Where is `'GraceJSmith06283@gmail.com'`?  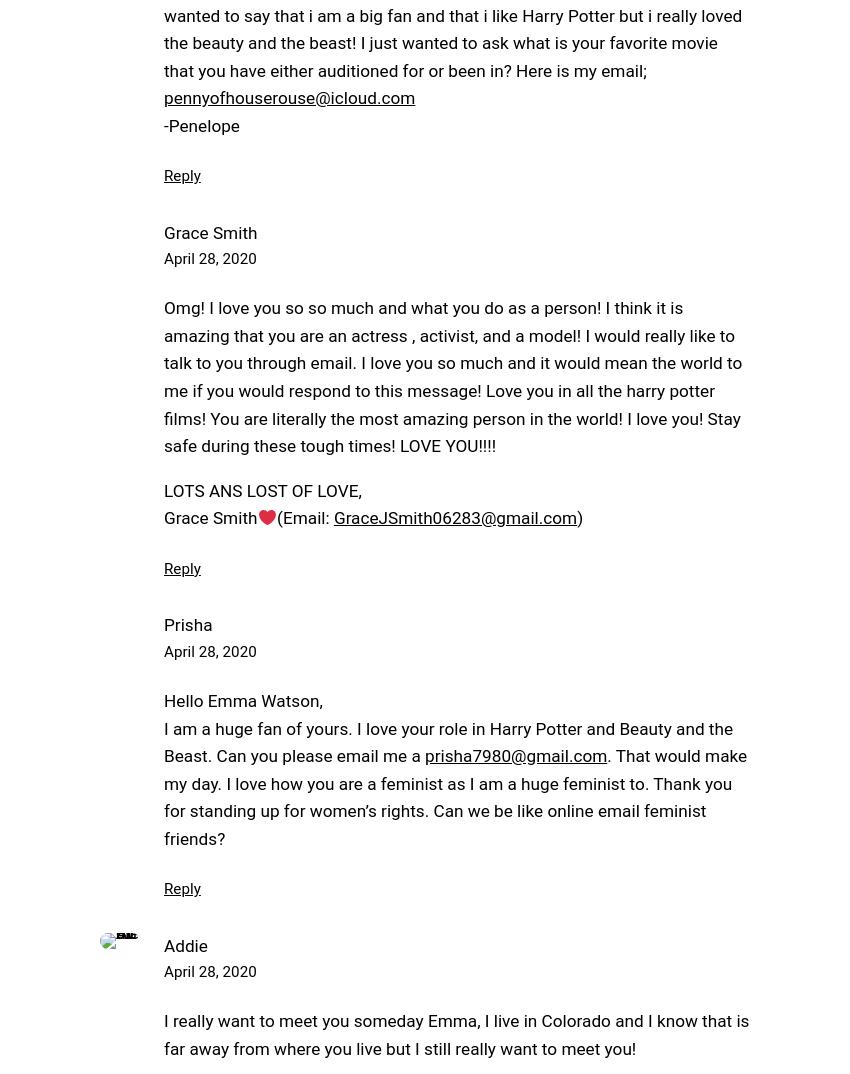 'GraceJSmith06283@gmail.com' is located at coordinates (454, 517).